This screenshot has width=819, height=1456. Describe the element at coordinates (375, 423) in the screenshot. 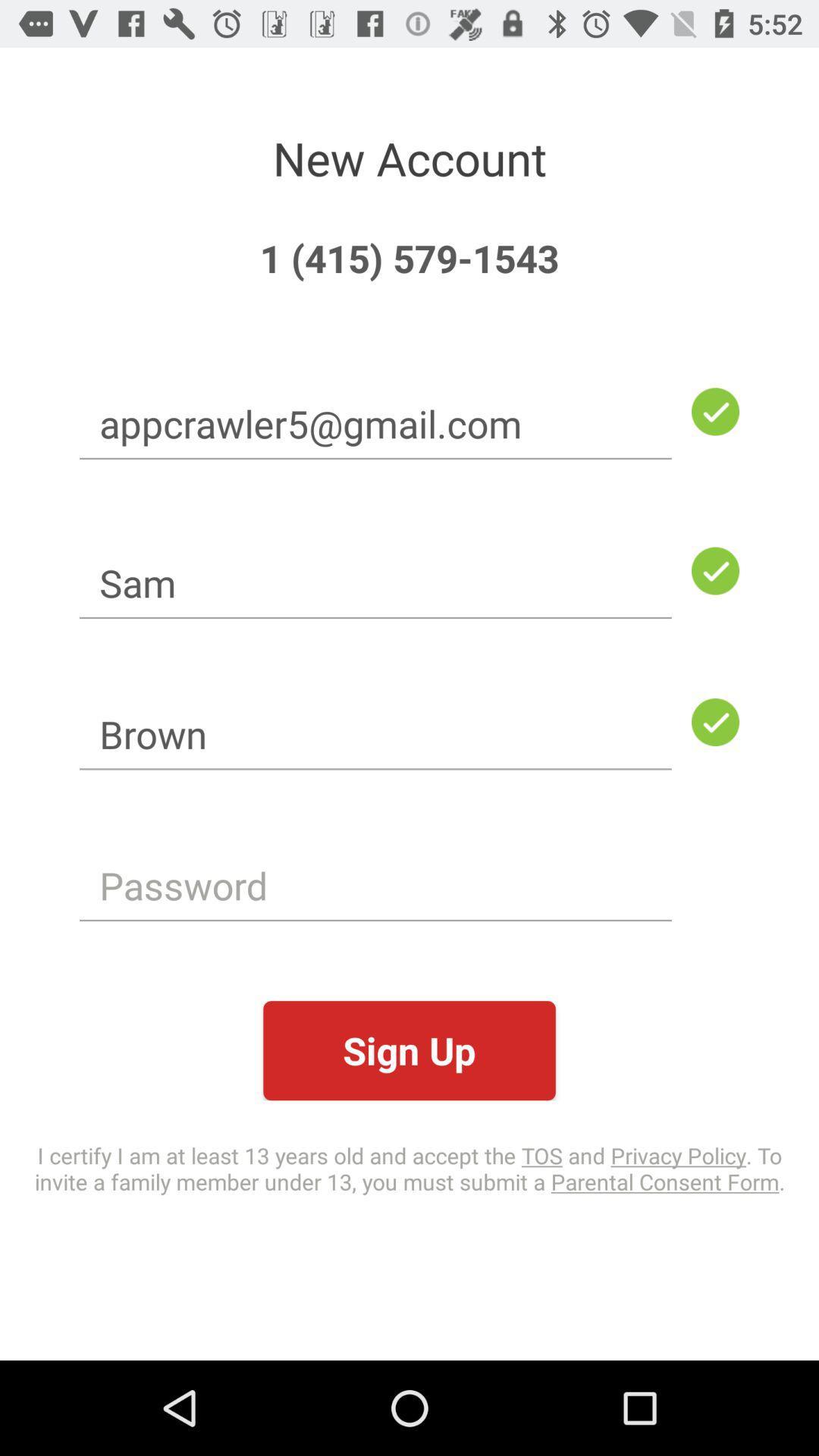

I see `the appcrawler5@gmail.com icon` at that location.